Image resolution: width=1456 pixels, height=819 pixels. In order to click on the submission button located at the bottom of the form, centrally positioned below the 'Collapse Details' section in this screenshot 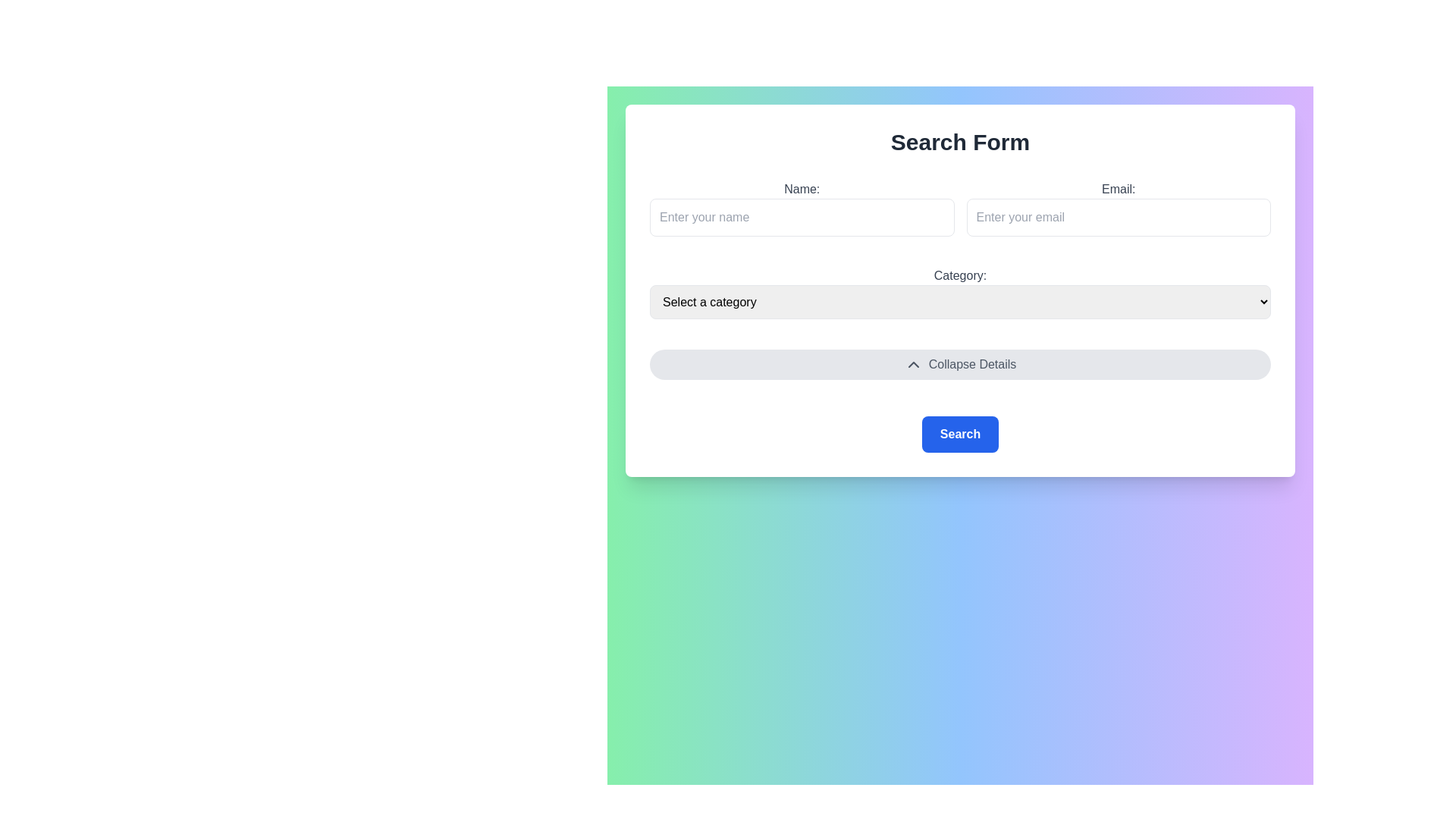, I will do `click(959, 435)`.